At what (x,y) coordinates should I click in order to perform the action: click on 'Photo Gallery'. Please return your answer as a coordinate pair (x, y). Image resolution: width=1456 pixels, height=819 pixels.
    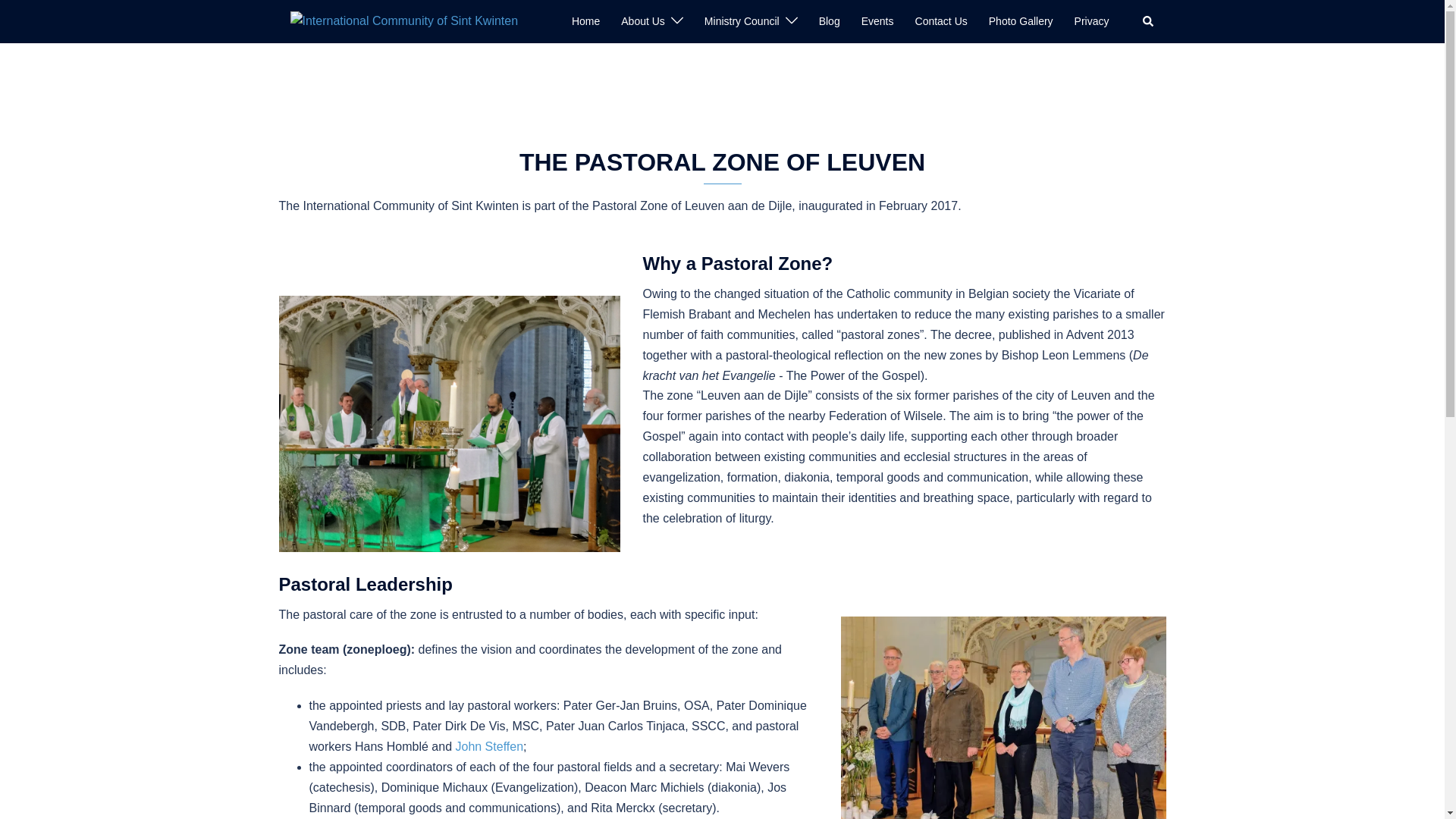
    Looking at the image, I should click on (1021, 22).